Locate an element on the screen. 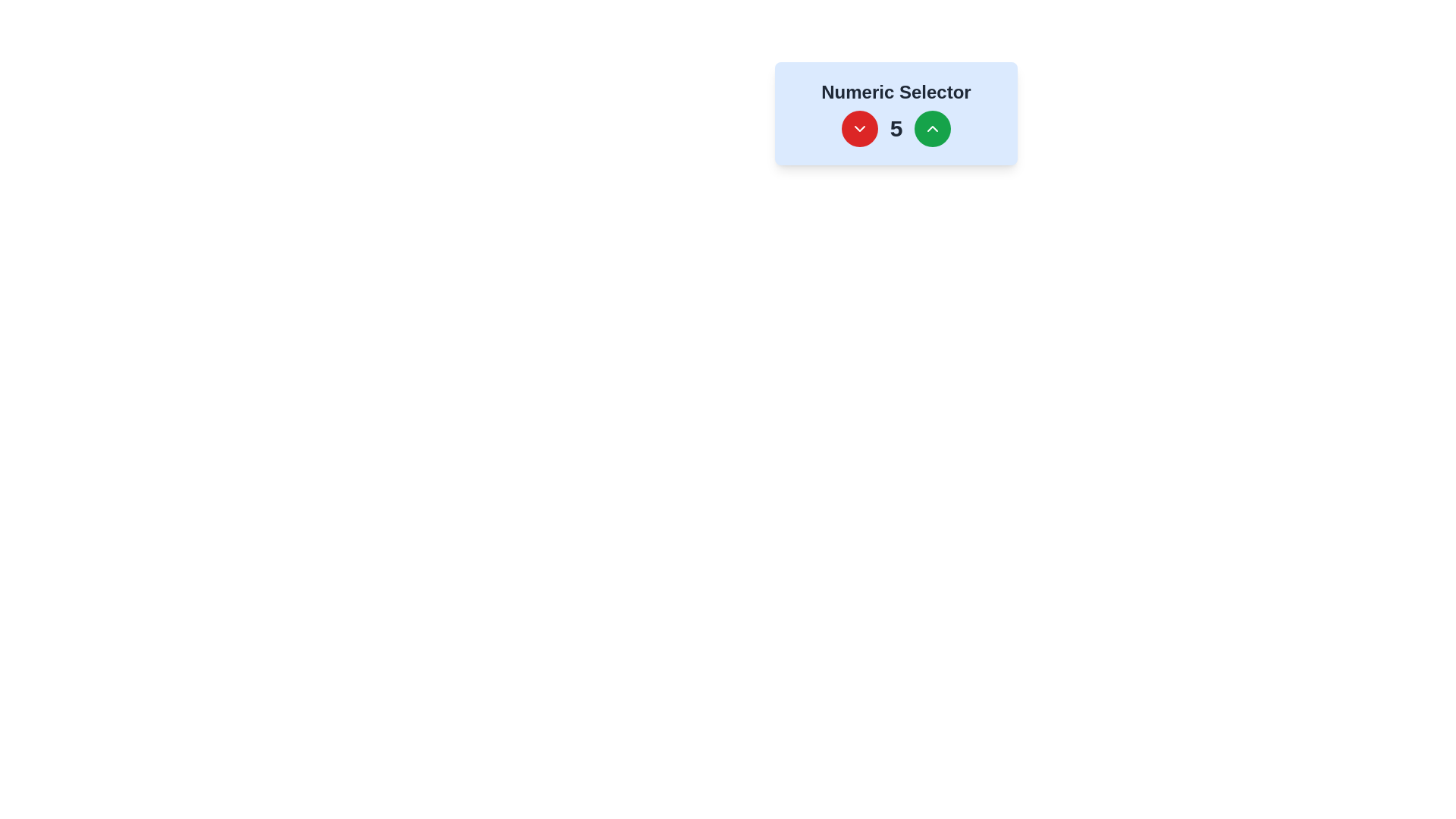 This screenshot has width=1456, height=819. the Icon button (decrement control) located to the left of the numeric value '5' is located at coordinates (859, 127).